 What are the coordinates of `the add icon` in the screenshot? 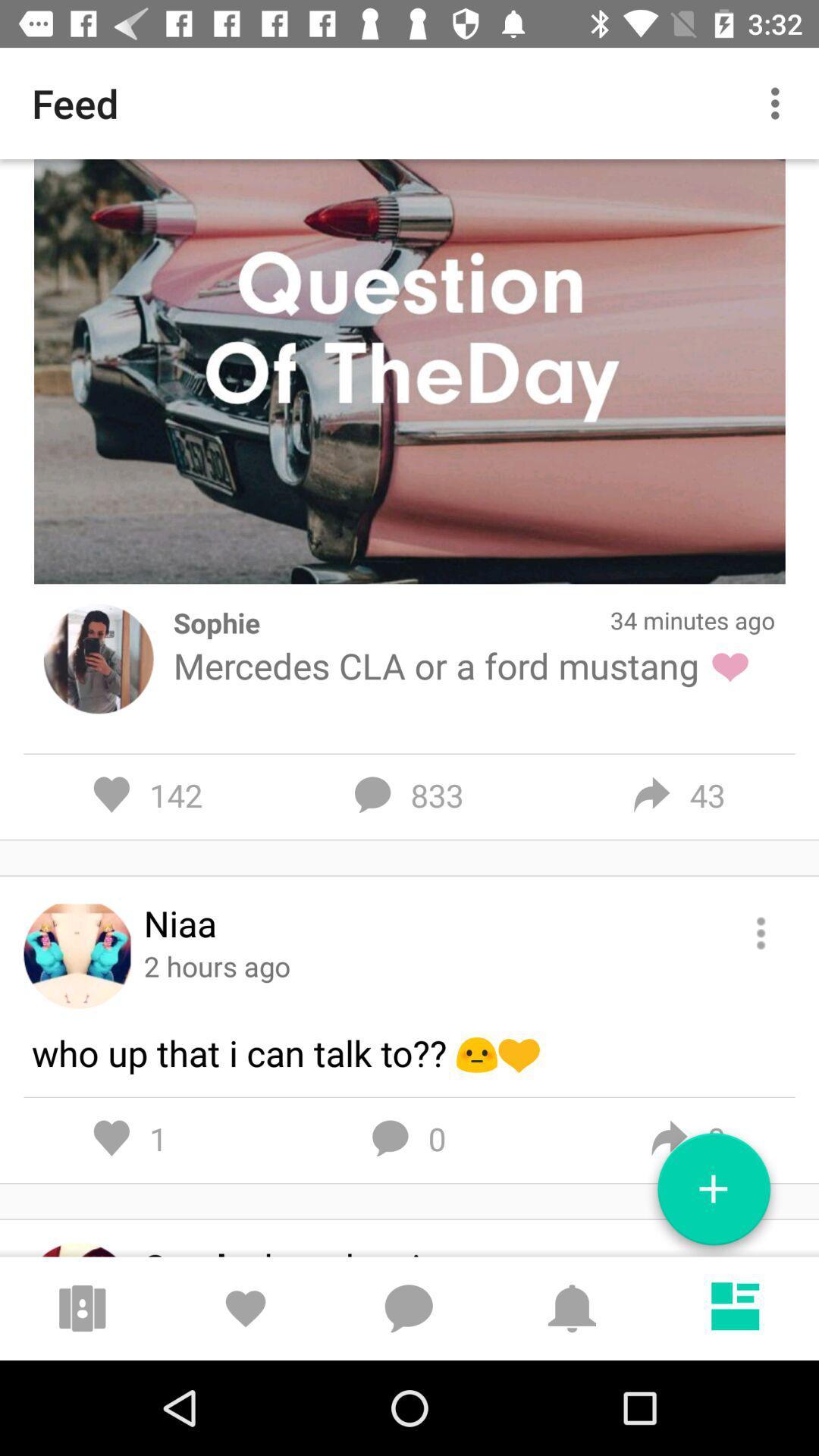 It's located at (714, 1194).